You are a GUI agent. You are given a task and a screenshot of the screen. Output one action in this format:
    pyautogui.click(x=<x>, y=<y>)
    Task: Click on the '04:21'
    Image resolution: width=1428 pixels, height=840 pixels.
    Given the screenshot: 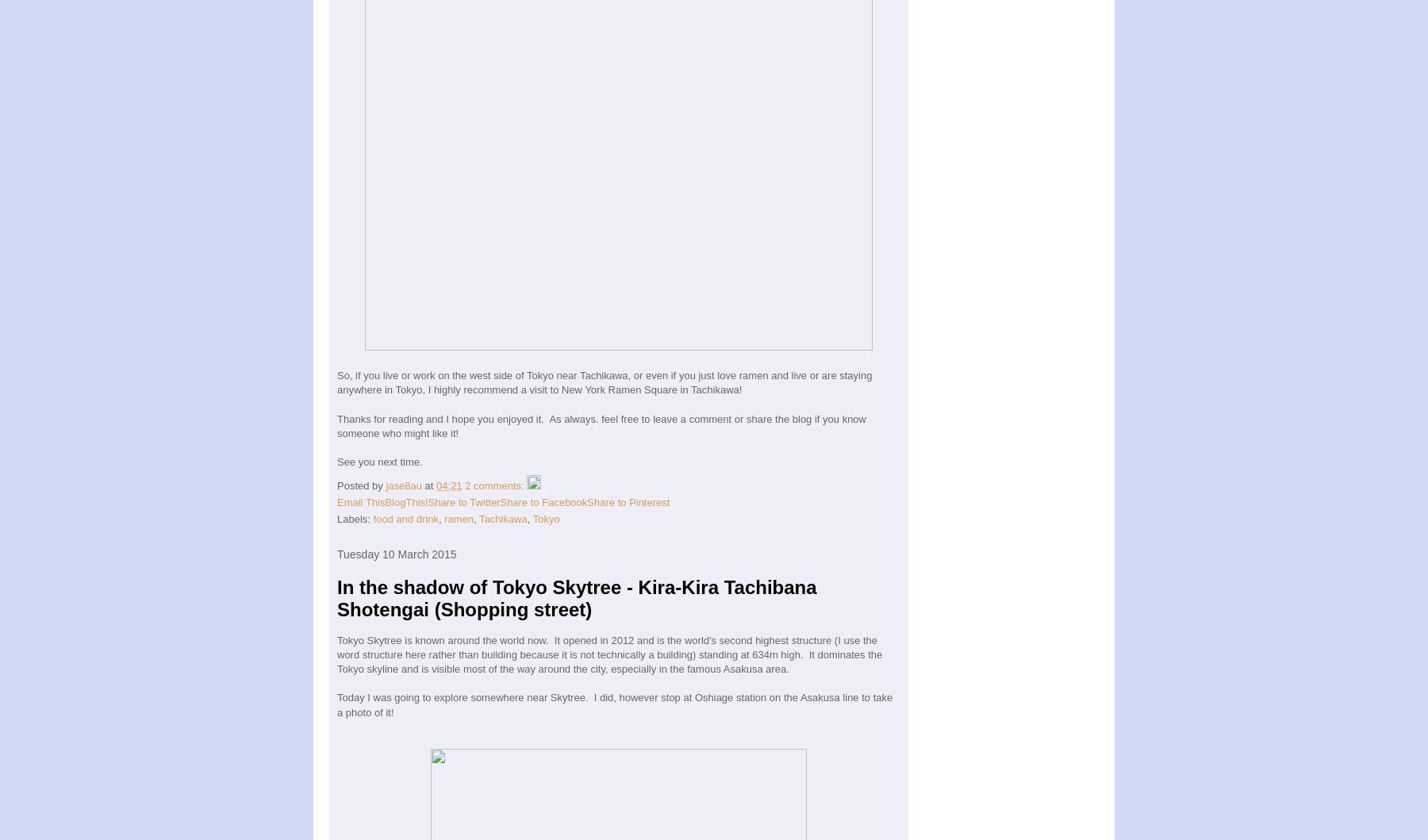 What is the action you would take?
    pyautogui.click(x=448, y=485)
    